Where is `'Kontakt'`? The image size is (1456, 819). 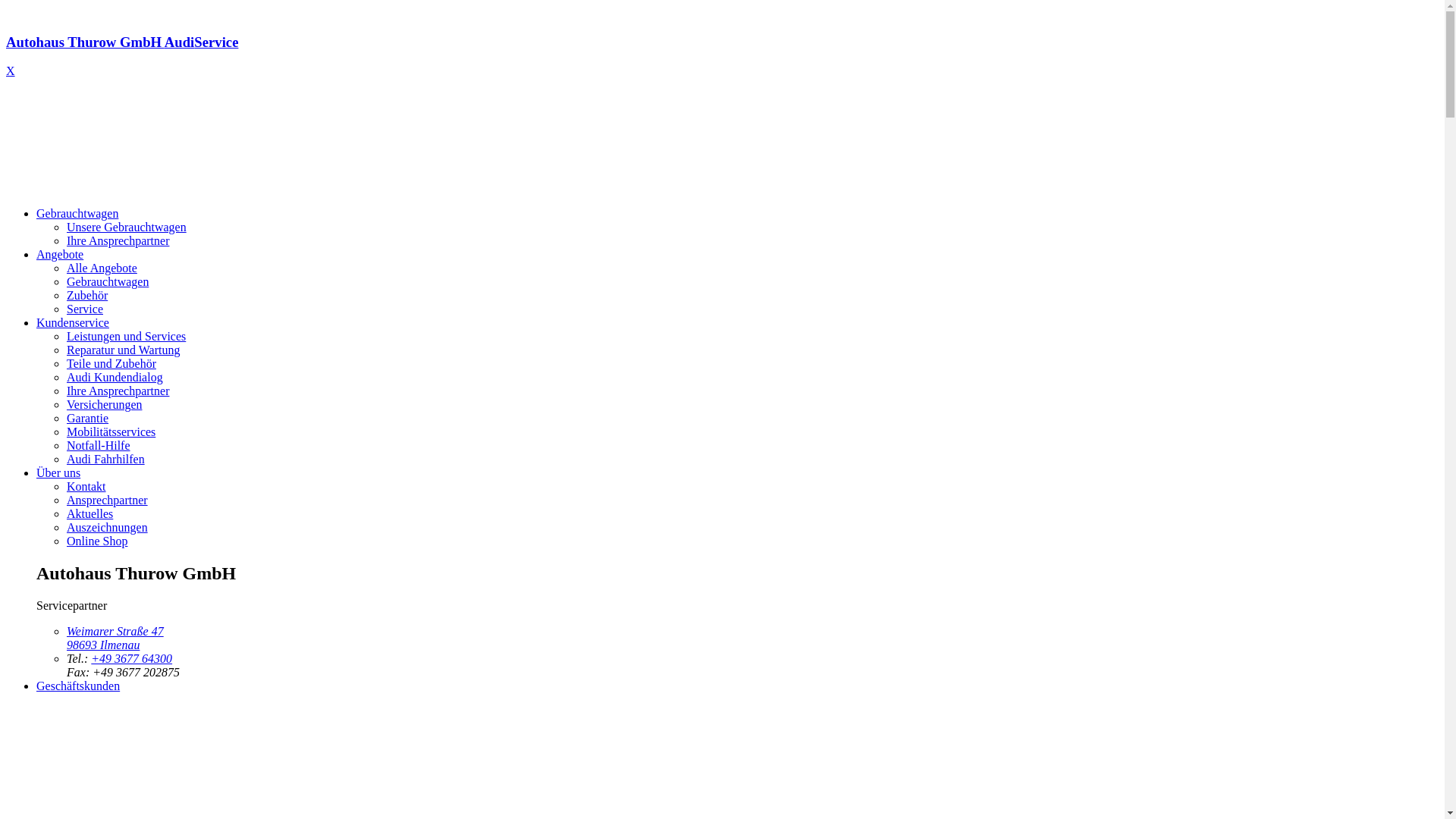 'Kontakt' is located at coordinates (86, 486).